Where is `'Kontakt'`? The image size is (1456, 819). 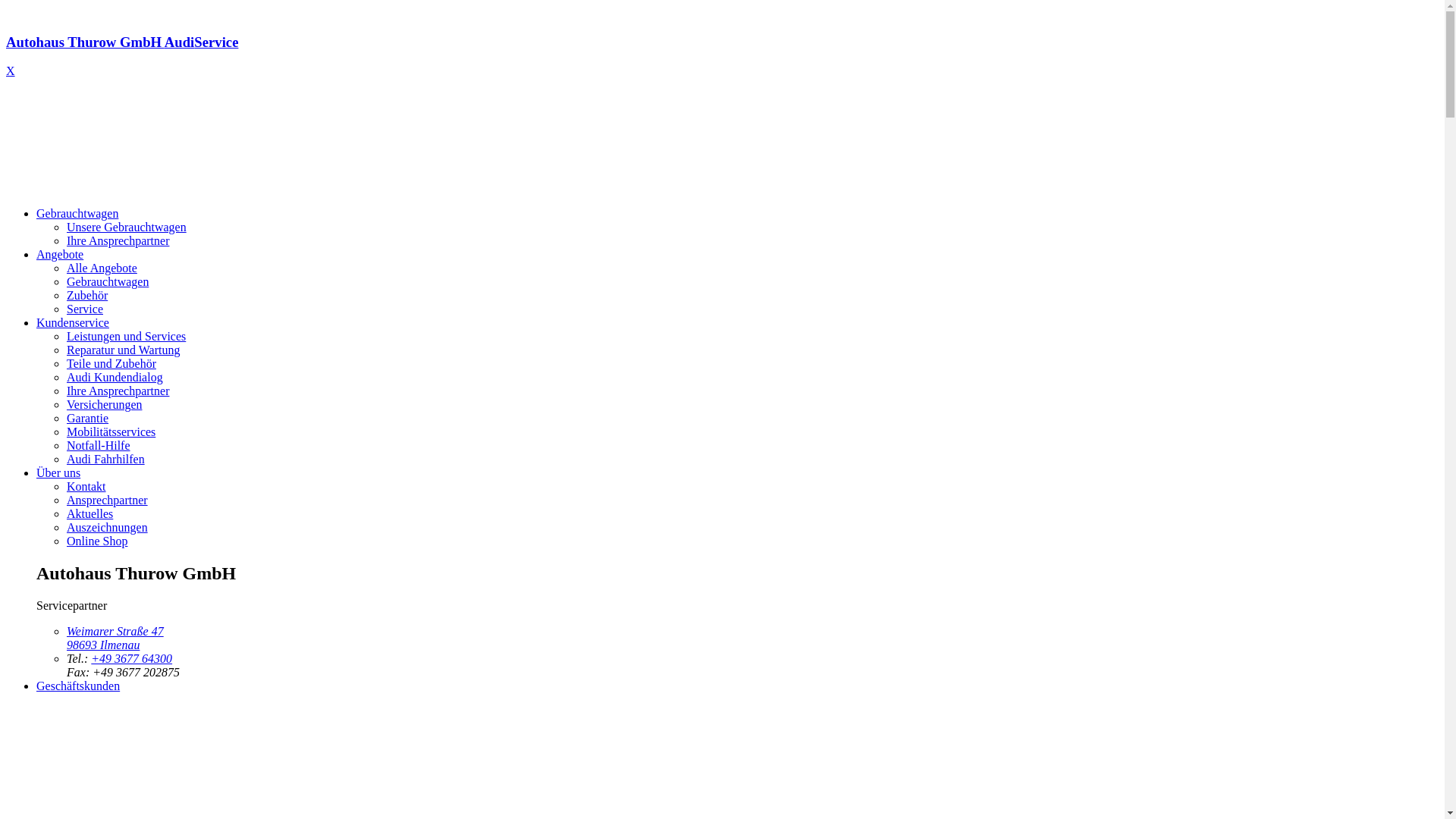 'Kontakt' is located at coordinates (86, 486).